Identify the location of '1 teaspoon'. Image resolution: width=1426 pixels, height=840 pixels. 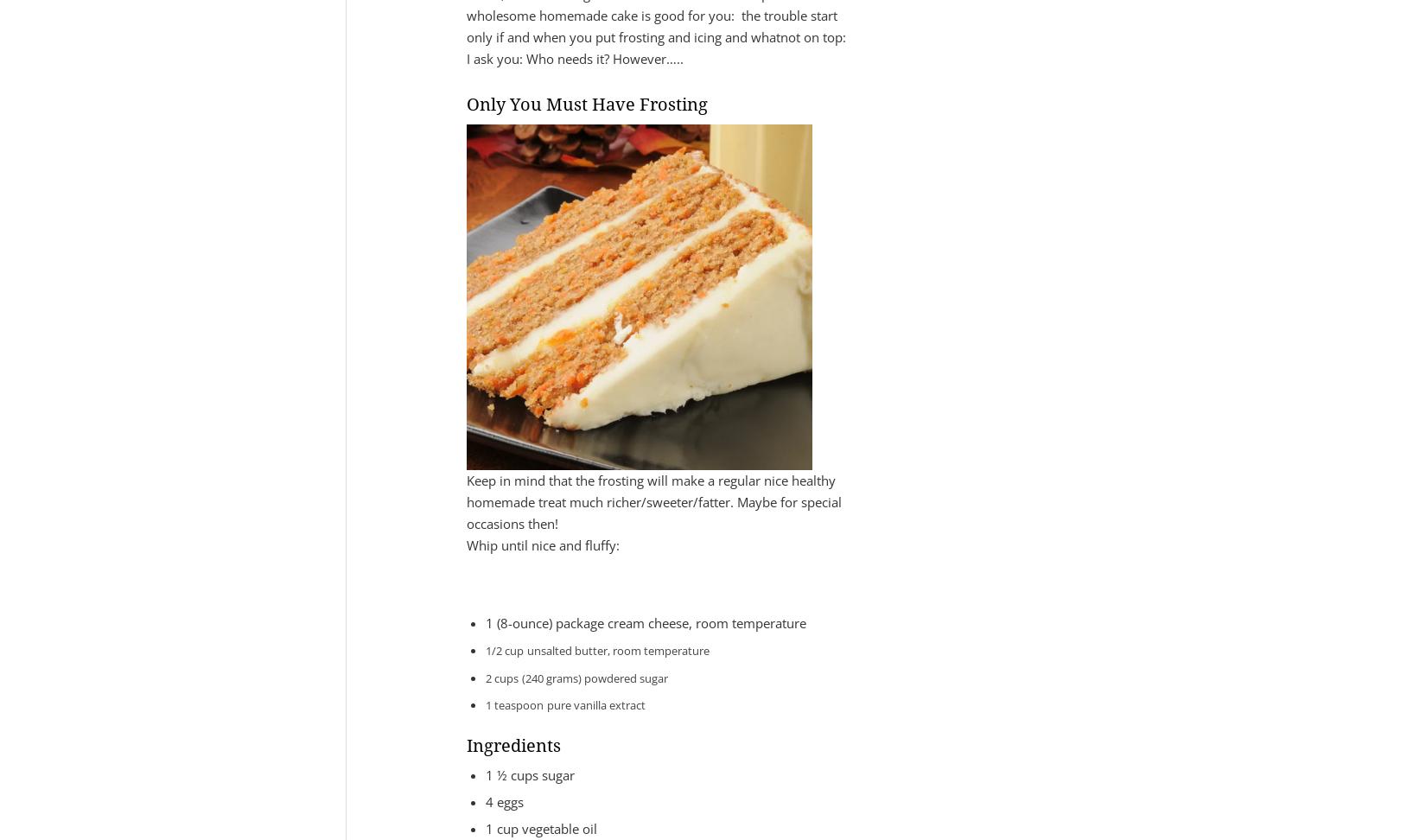
(513, 703).